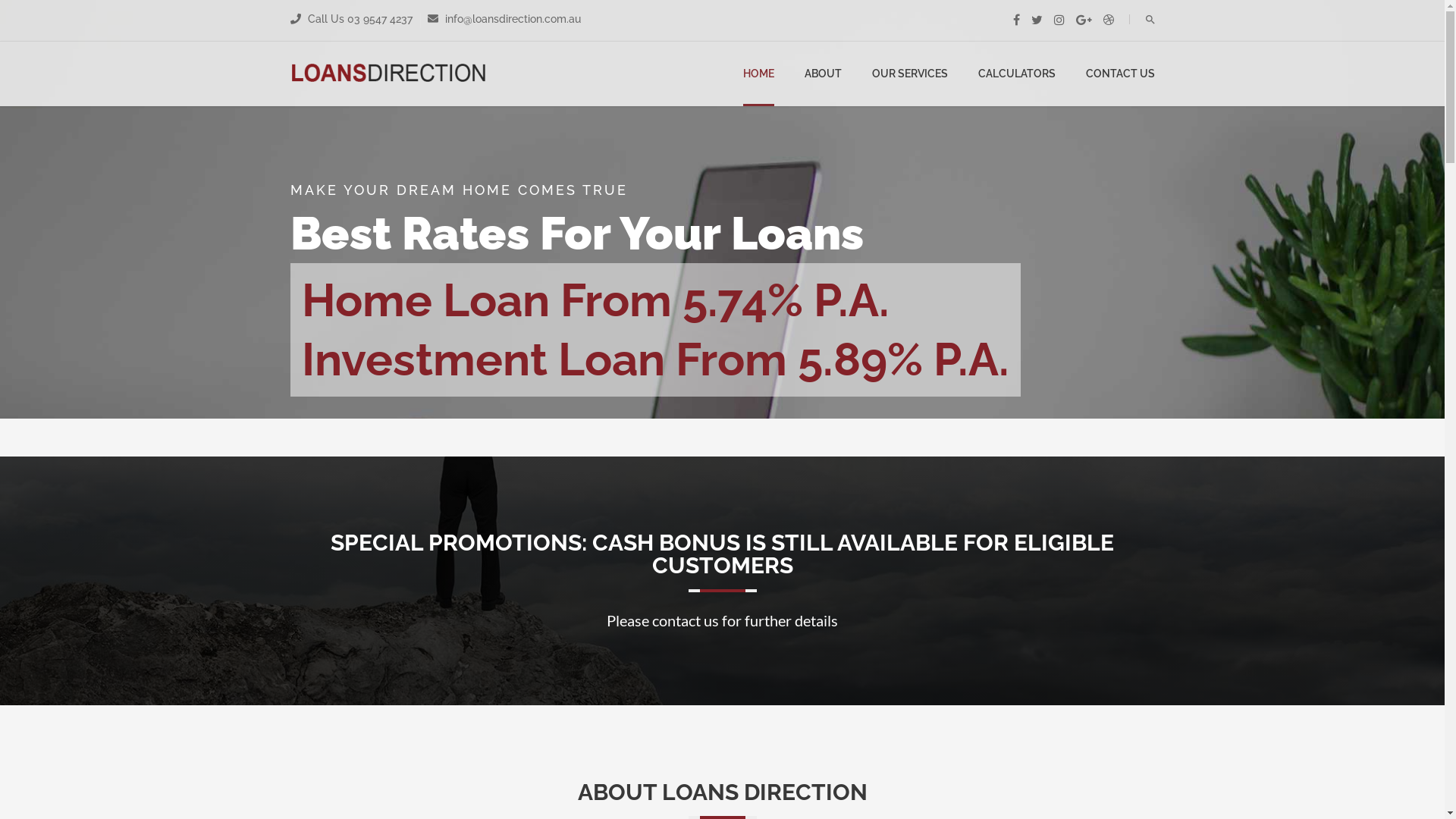  I want to click on 'OUR SERVICES', so click(872, 74).